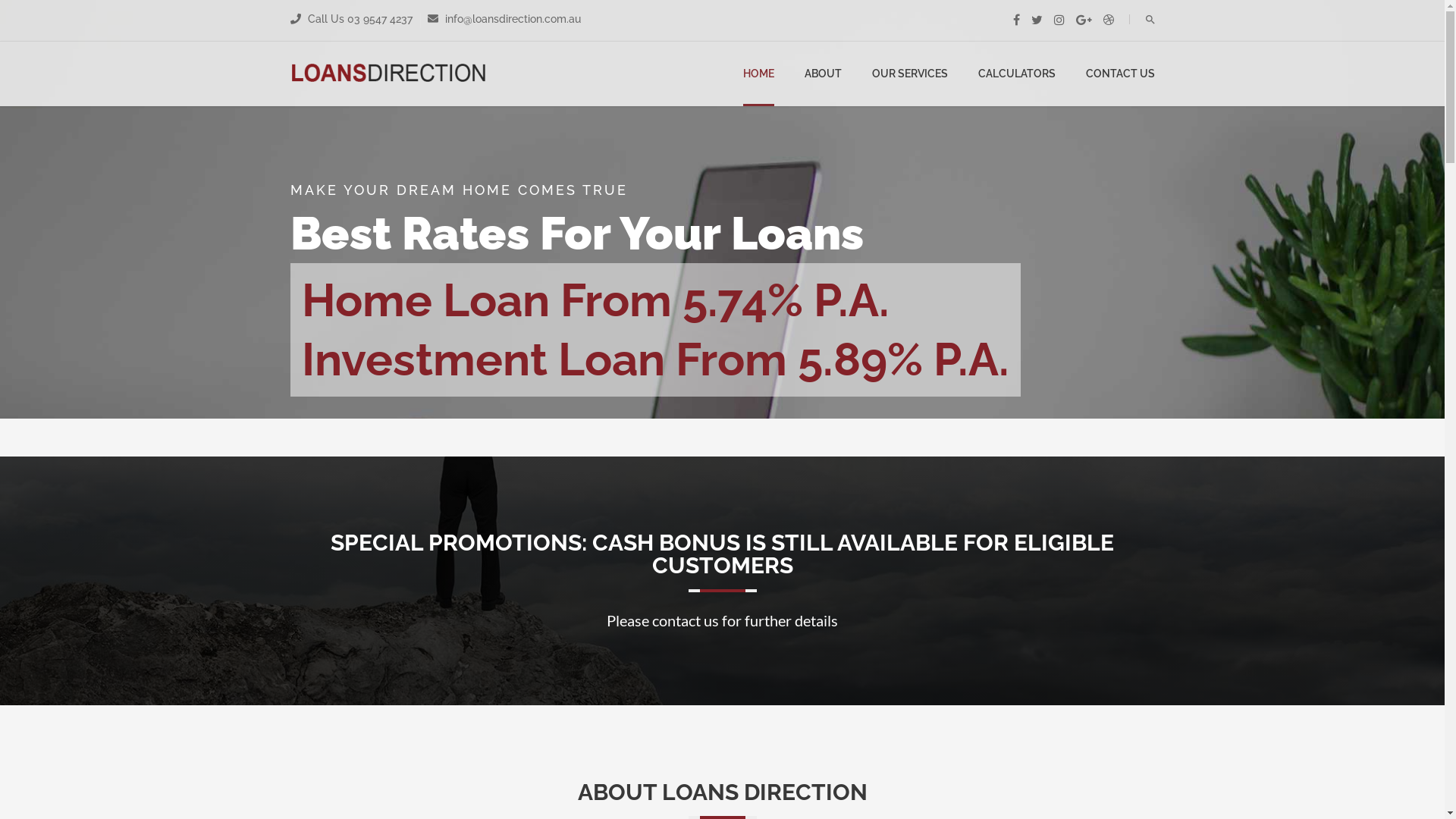  I want to click on 'OUR SERVICES', so click(872, 74).